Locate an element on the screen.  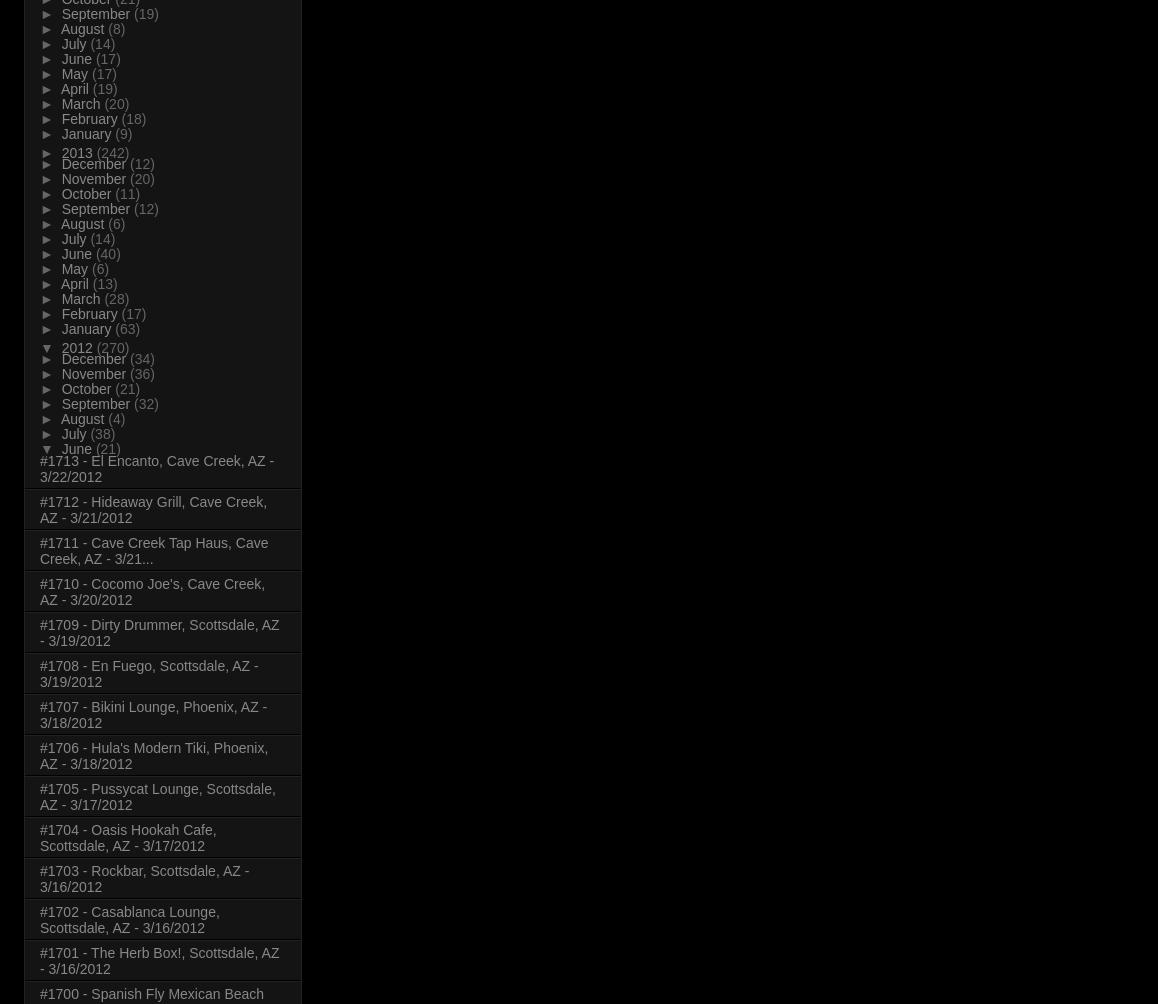
'#1702 - Casablanca Lounge, Scottsdale, AZ - 3/16/2012' is located at coordinates (128, 917).